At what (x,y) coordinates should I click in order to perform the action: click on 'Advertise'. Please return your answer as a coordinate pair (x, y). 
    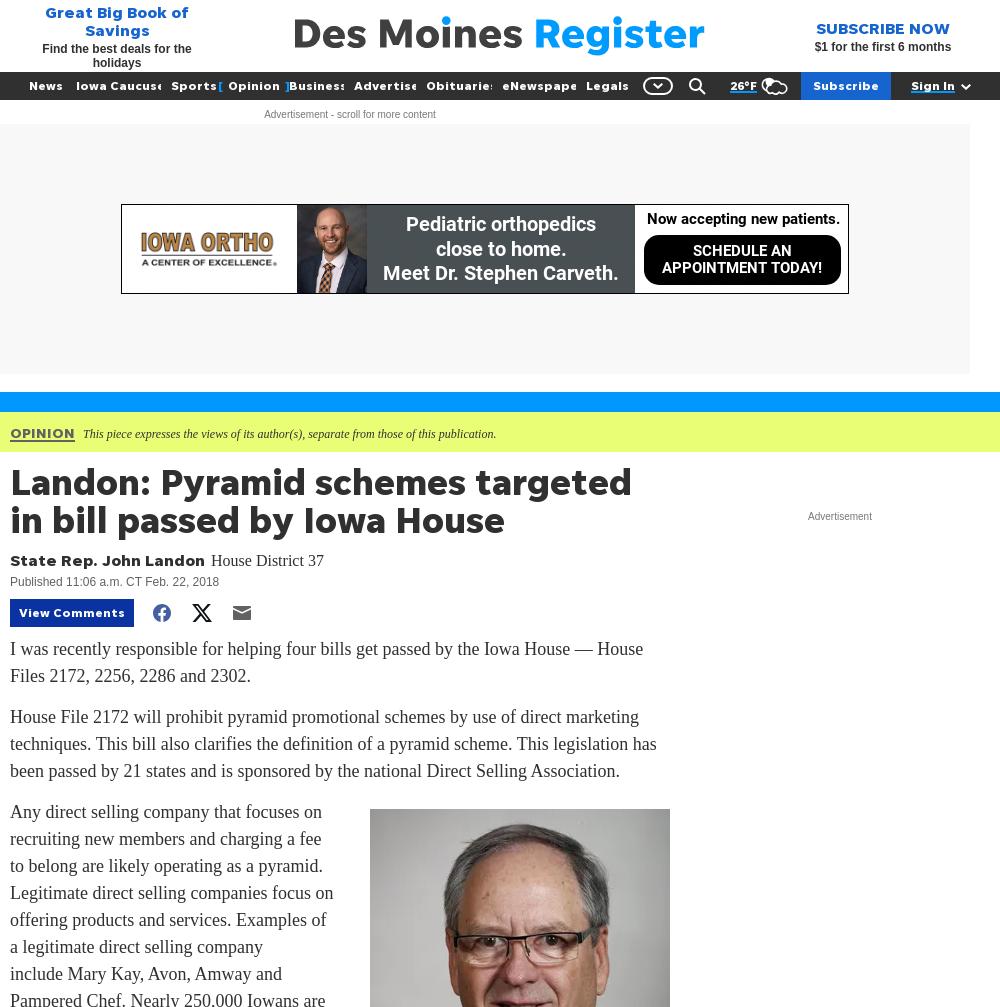
    Looking at the image, I should click on (353, 85).